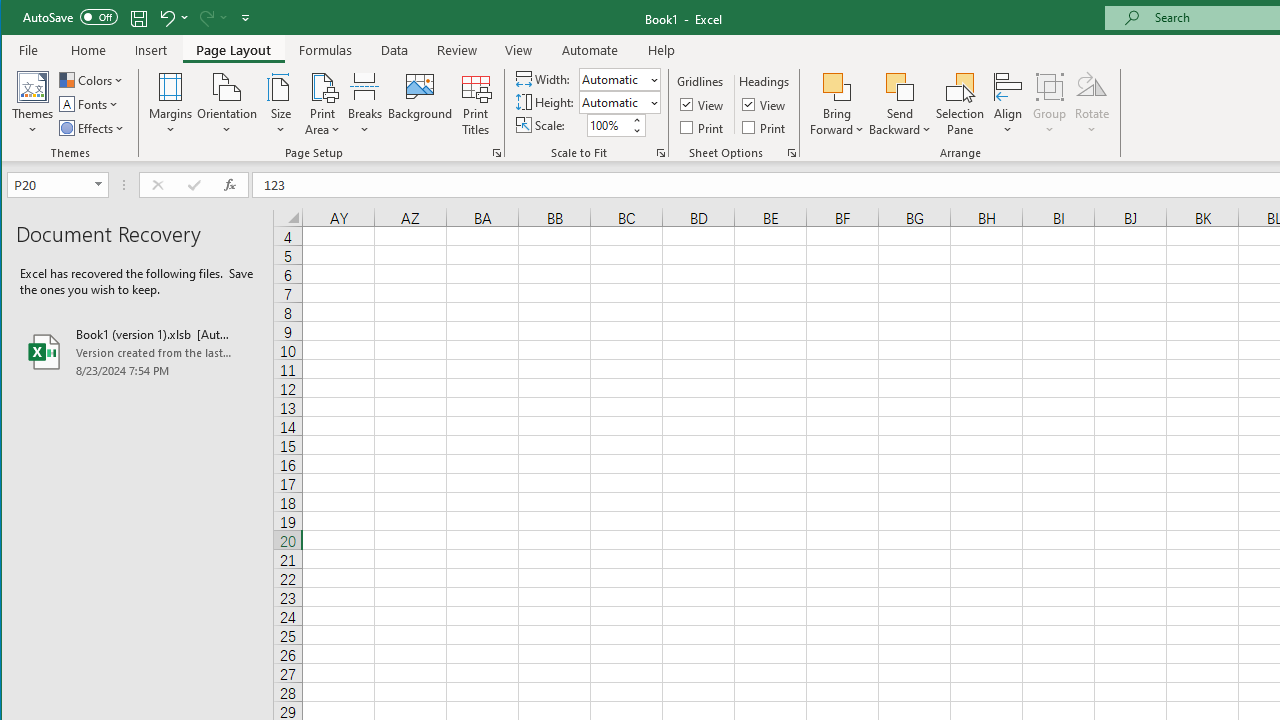 Image resolution: width=1280 pixels, height=720 pixels. I want to click on 'View', so click(519, 49).